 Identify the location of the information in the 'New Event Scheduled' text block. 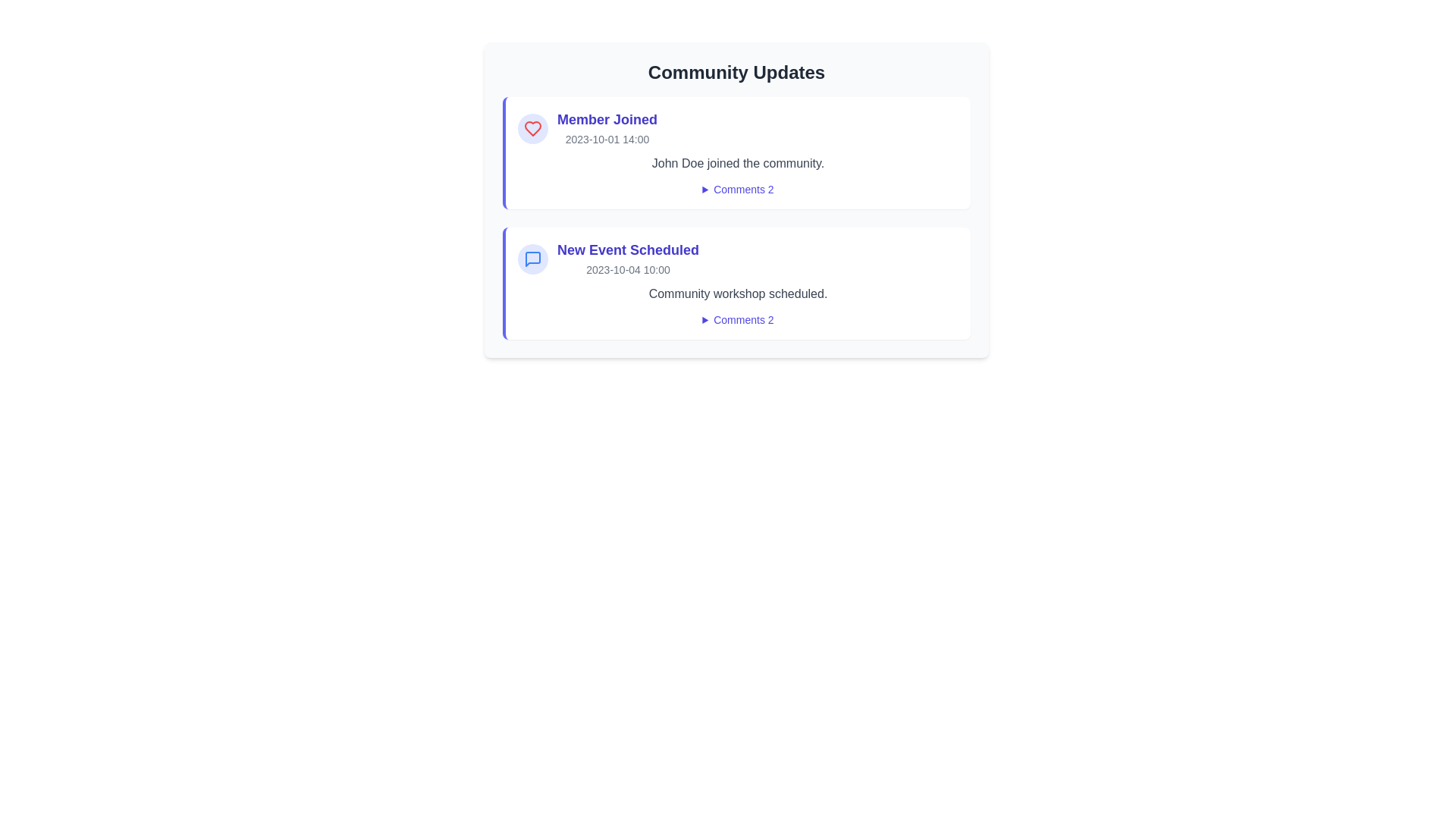
(628, 259).